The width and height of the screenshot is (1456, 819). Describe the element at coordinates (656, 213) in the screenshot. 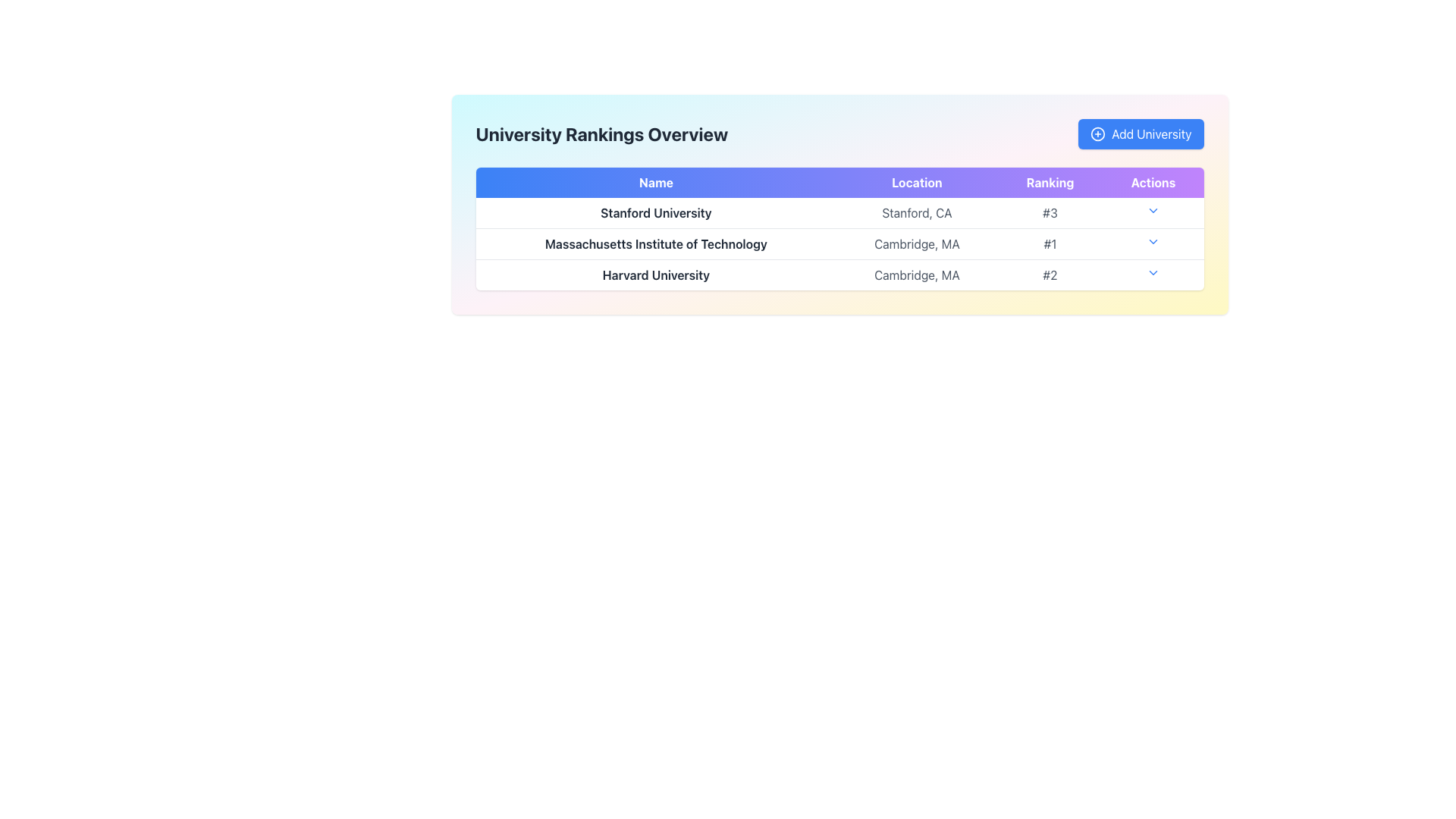

I see `the text label that serves as the title of the university in the first row of the data section under the 'Name' column header` at that location.